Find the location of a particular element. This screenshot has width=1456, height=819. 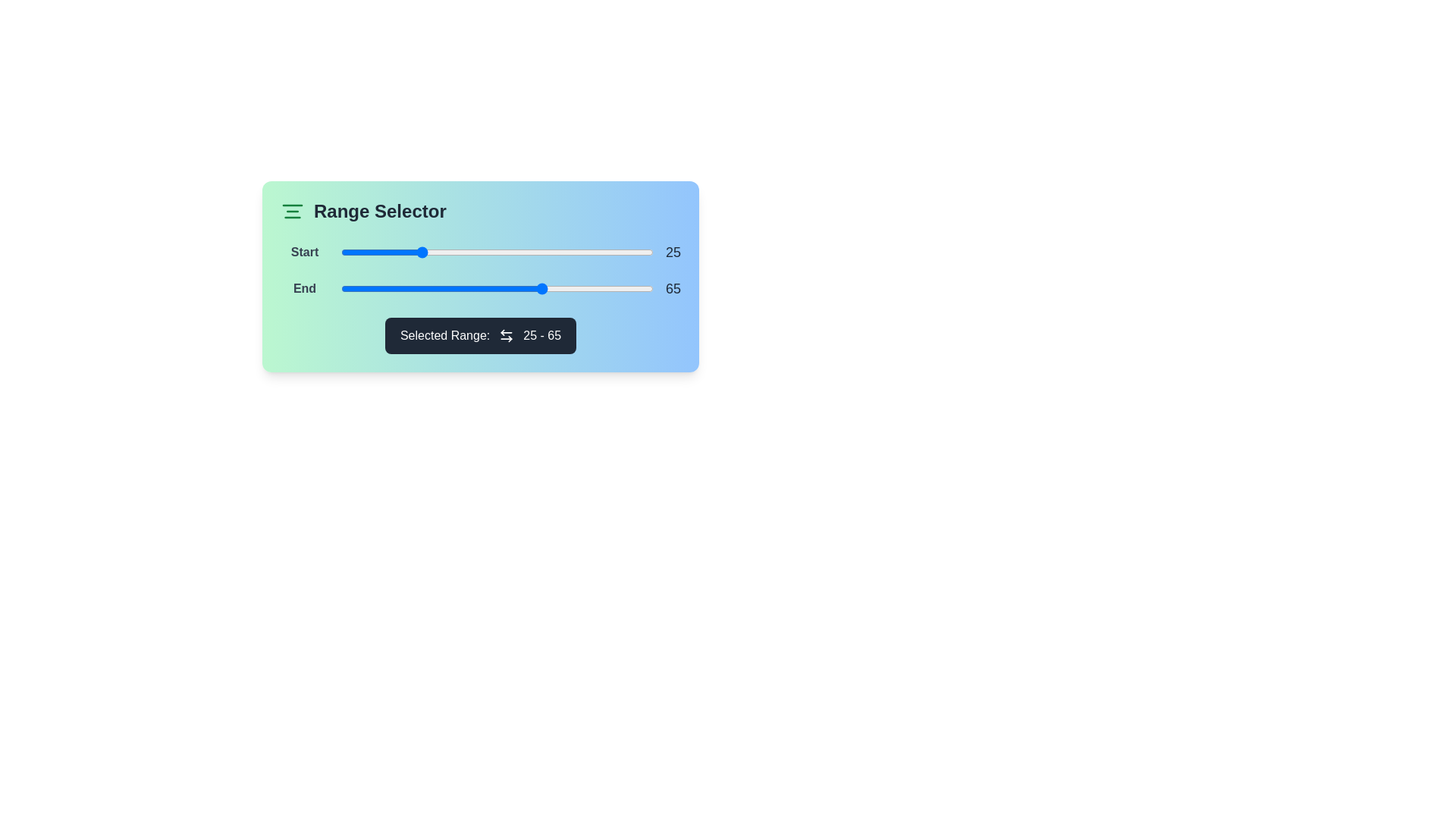

the start range slider to 17 is located at coordinates (394, 251).